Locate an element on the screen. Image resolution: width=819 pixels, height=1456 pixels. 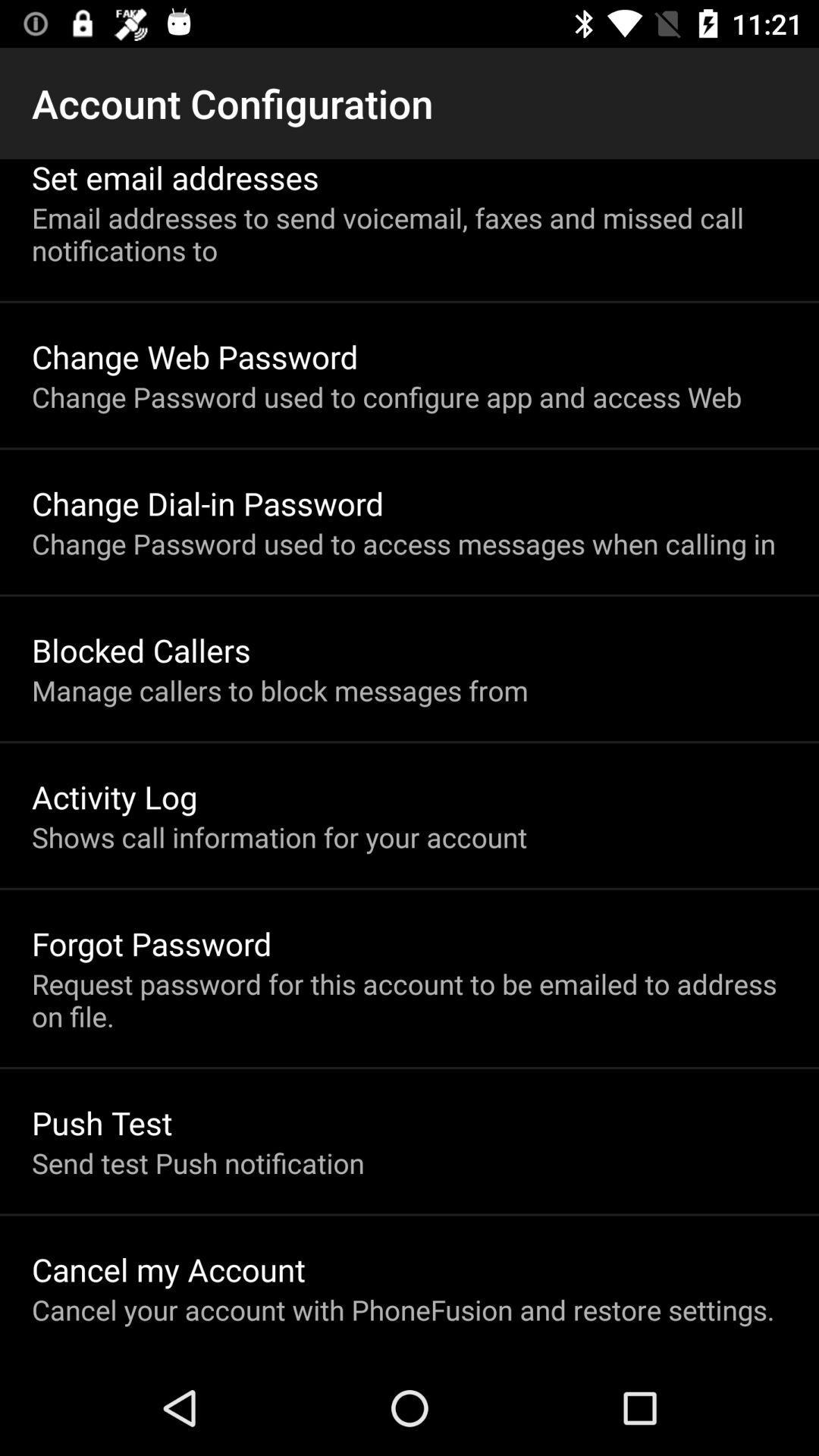
the item below the manage callers to is located at coordinates (114, 795).